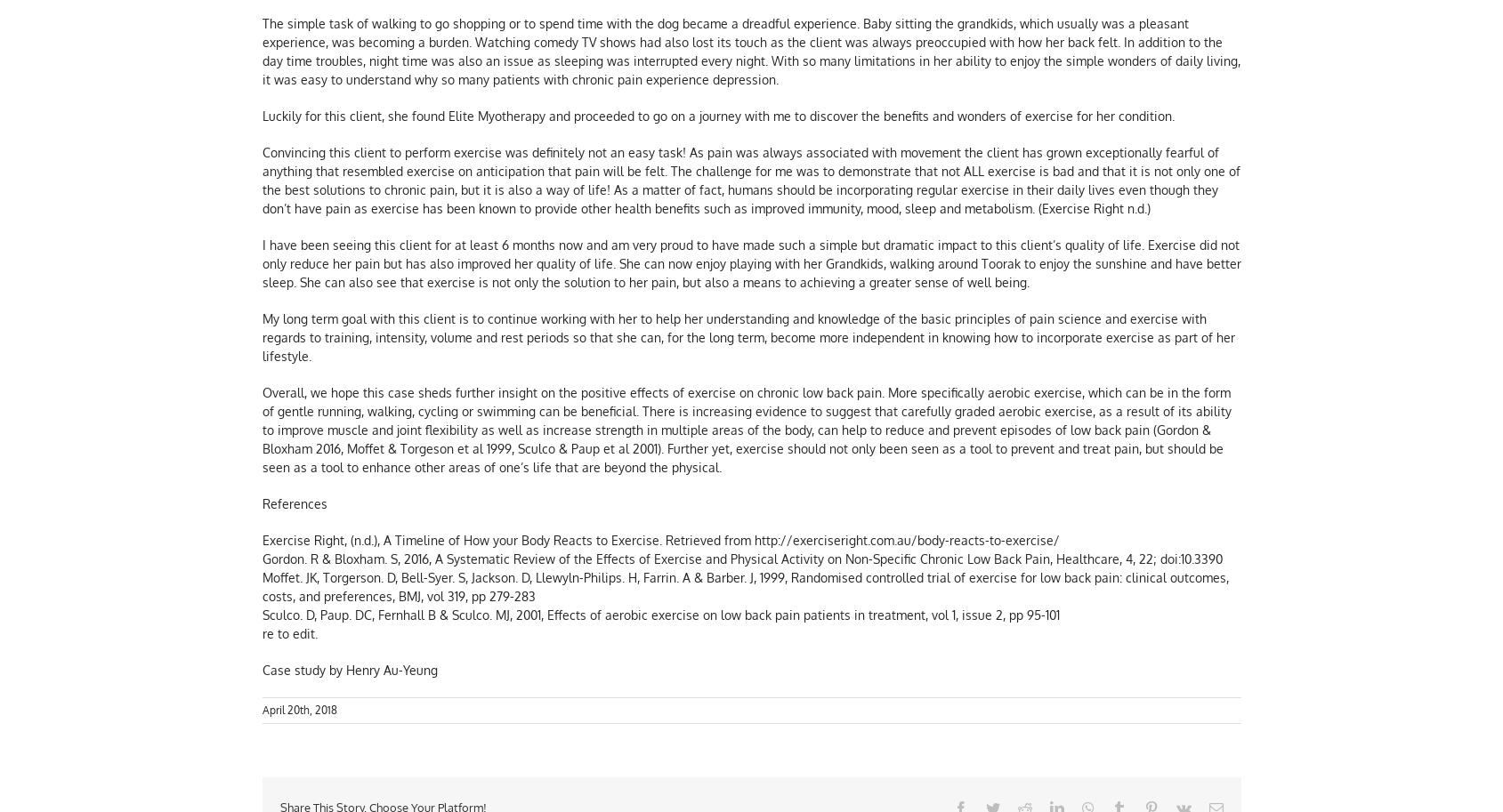 This screenshot has width=1503, height=812. Describe the element at coordinates (262, 339) in the screenshot. I see `'My long term goal with this client is to continue working with her to help her understanding and knowledge of the basic principles of pain science and exercise with regards to training, intensity, volume and rest periods so that she can, for the long term, become more independent in knowing how to incorporate exercise as part of her lifestyle.'` at that location.